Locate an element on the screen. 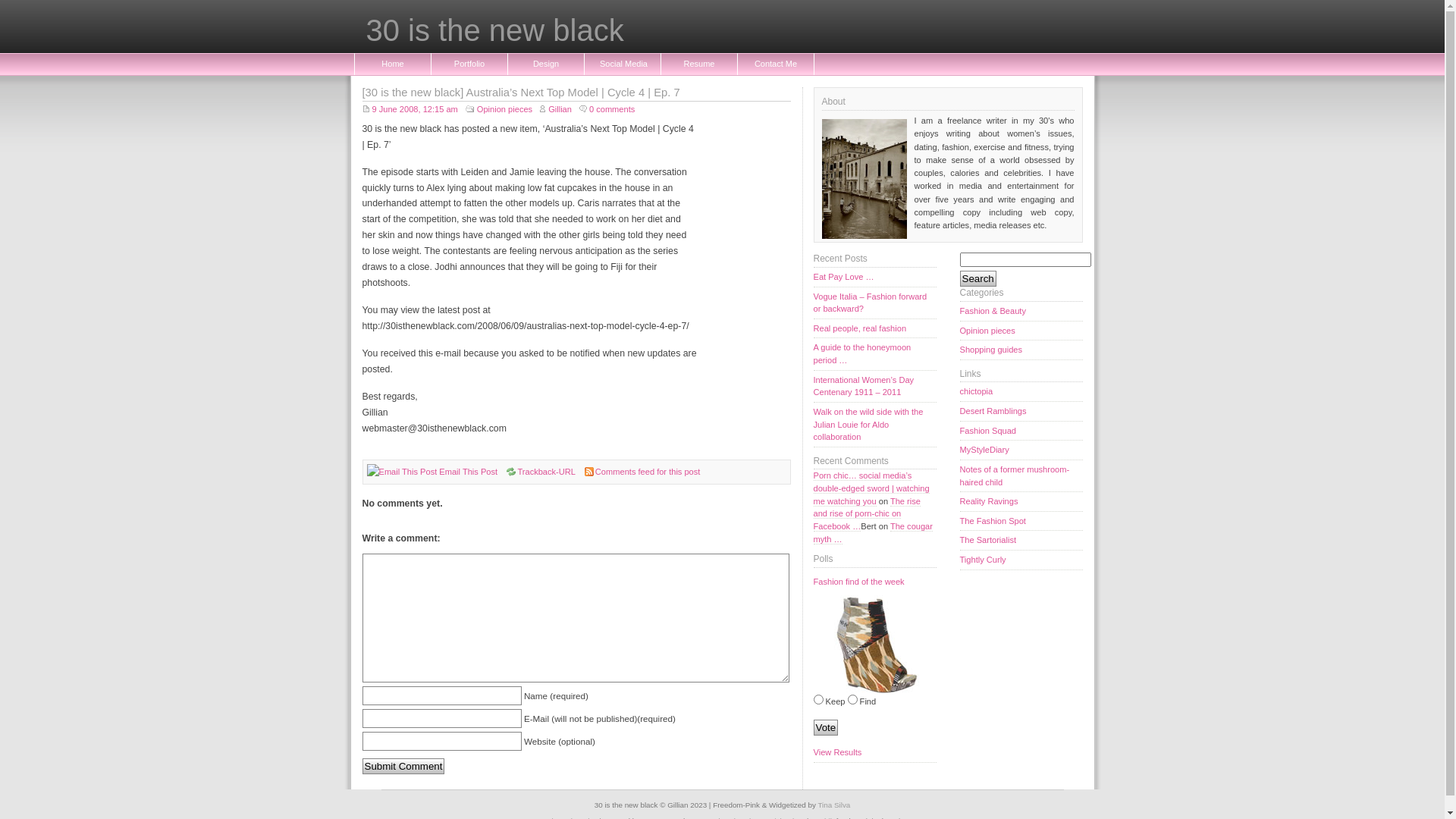 The image size is (1456, 819). 'Real people, real fashion' is located at coordinates (874, 328).